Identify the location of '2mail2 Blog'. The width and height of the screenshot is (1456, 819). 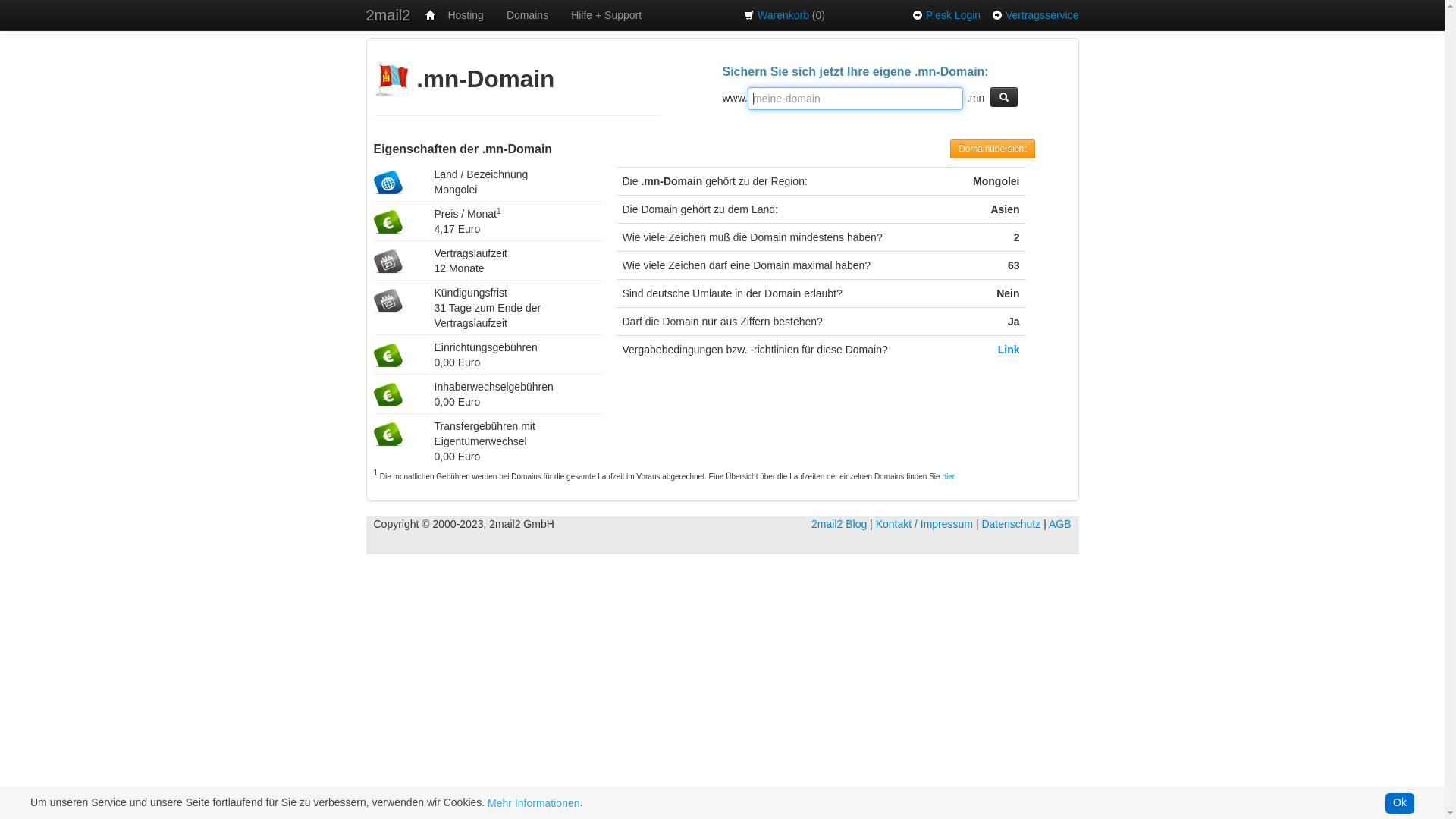
(838, 522).